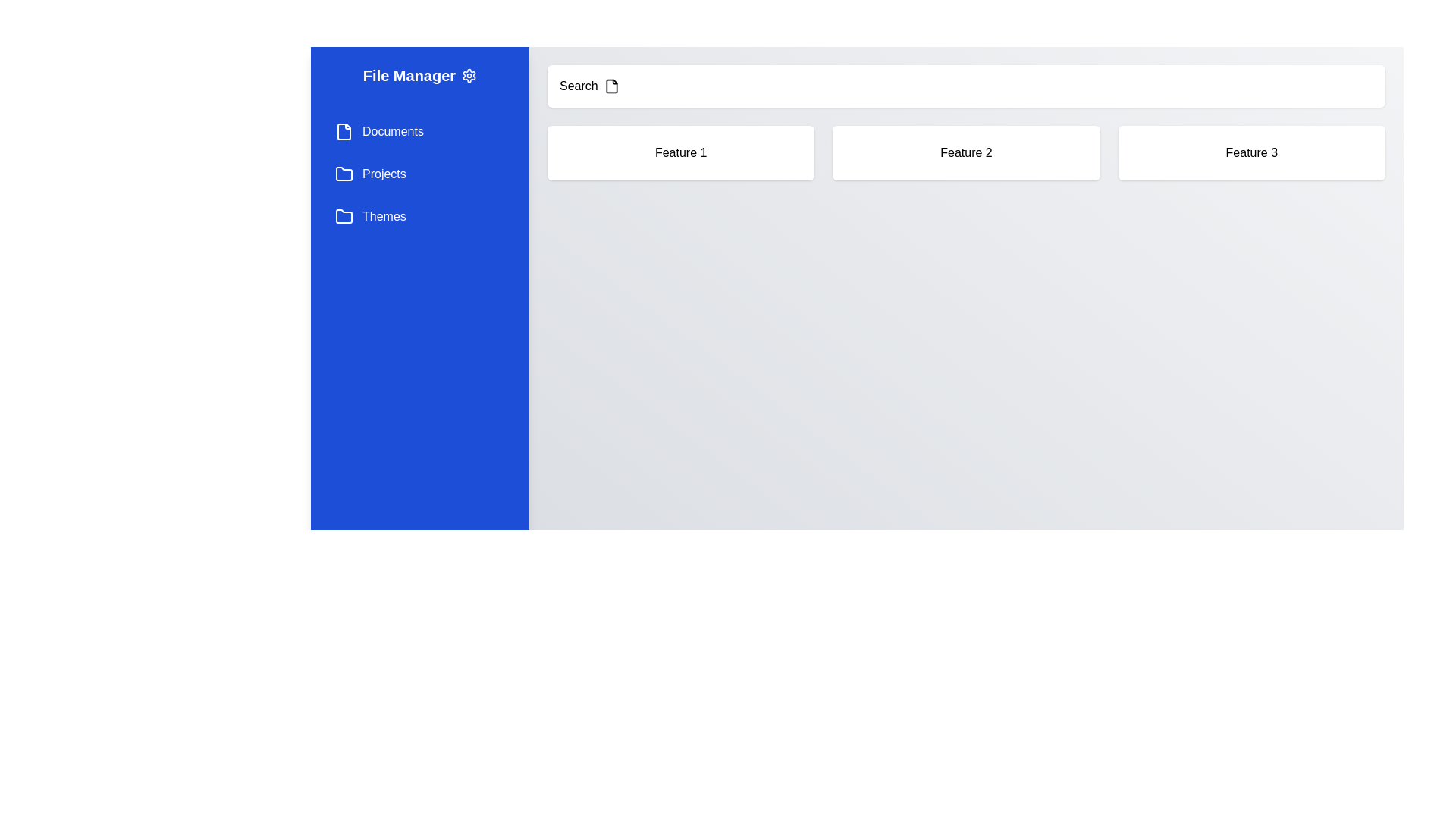  I want to click on the sidebar item Projects to navigate to the respective section, so click(419, 174).